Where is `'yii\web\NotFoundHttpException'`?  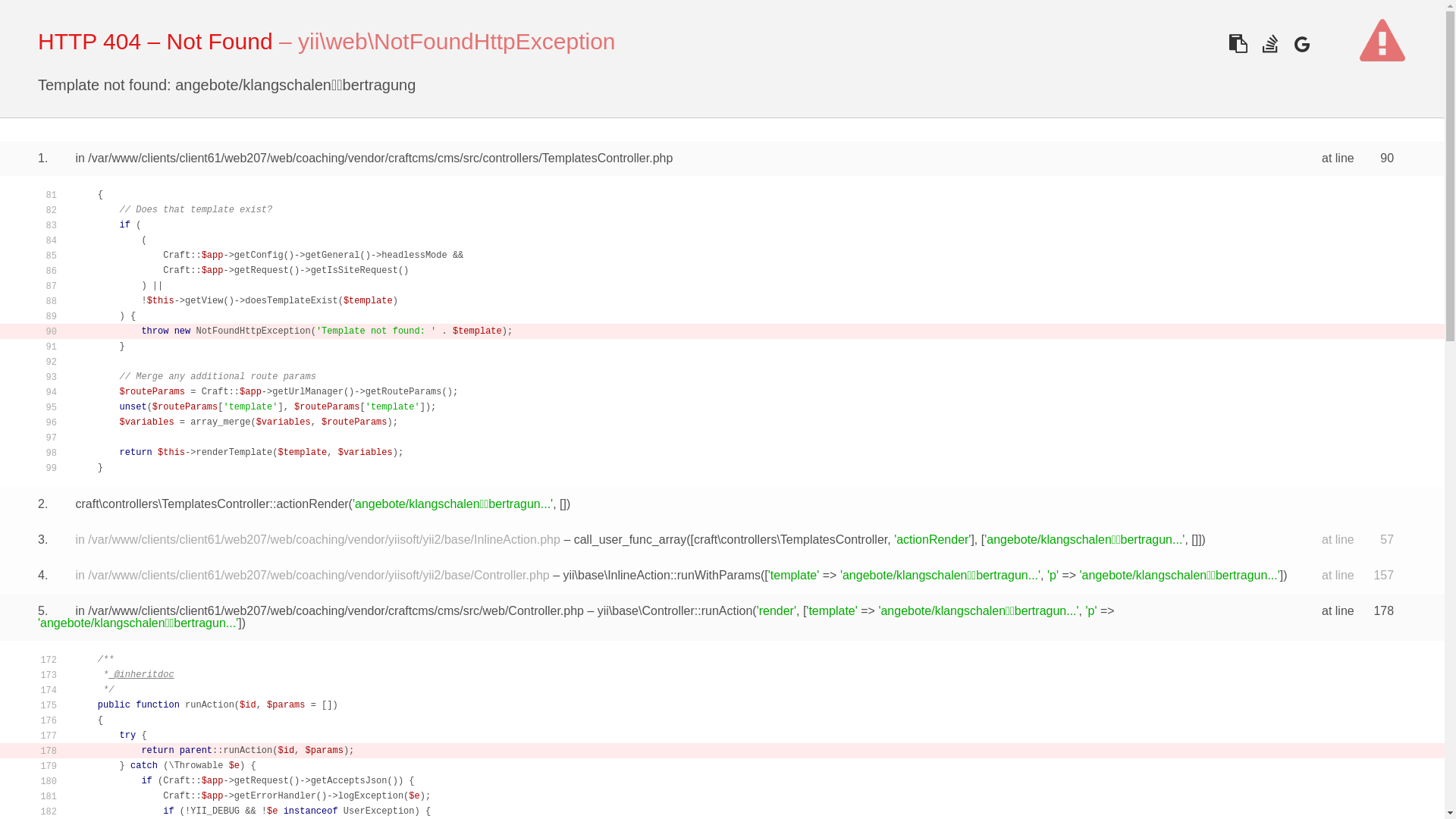
'yii\web\NotFoundHttpException' is located at coordinates (456, 40).